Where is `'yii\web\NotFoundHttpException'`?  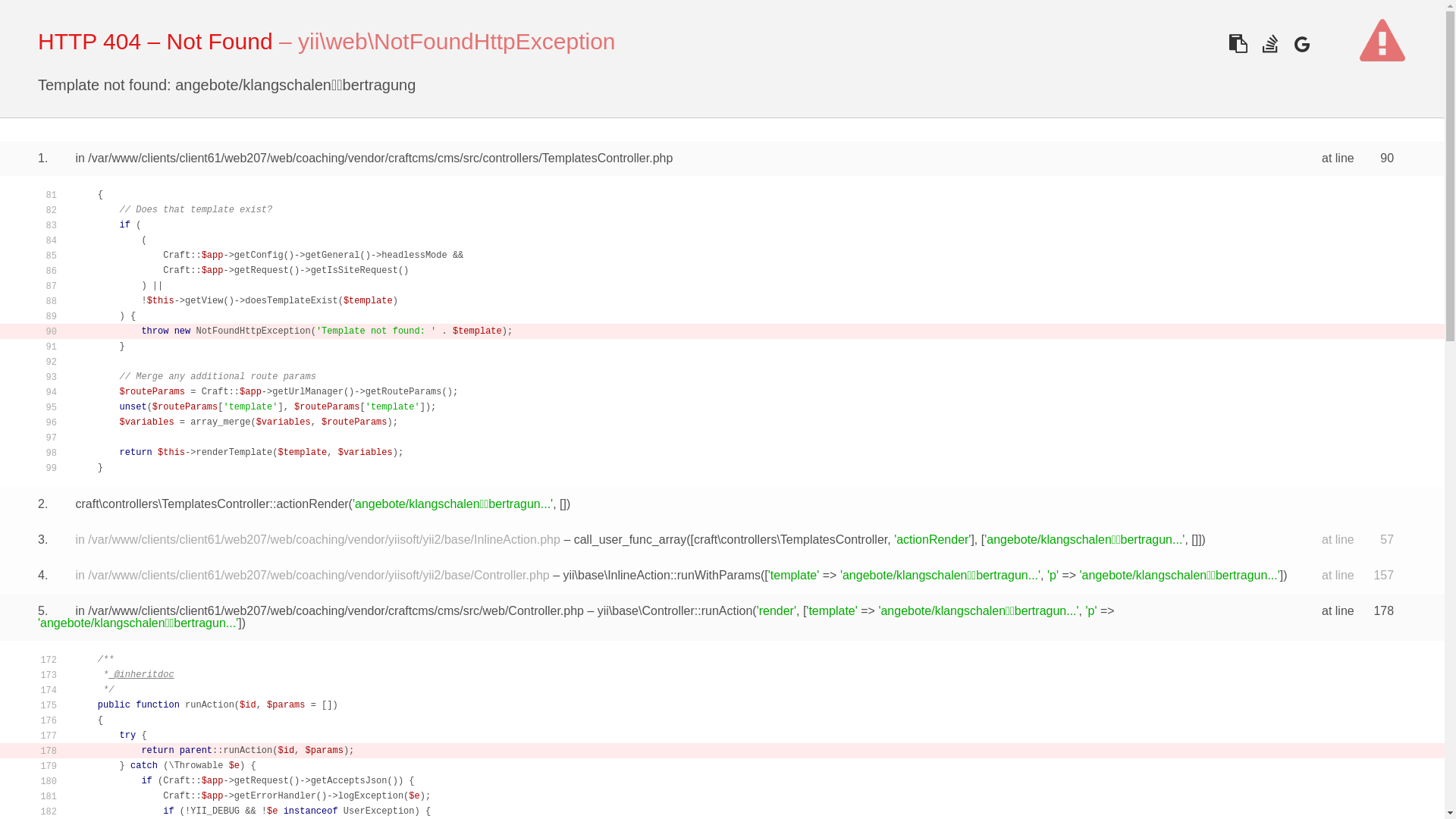
'yii\web\NotFoundHttpException' is located at coordinates (456, 40).